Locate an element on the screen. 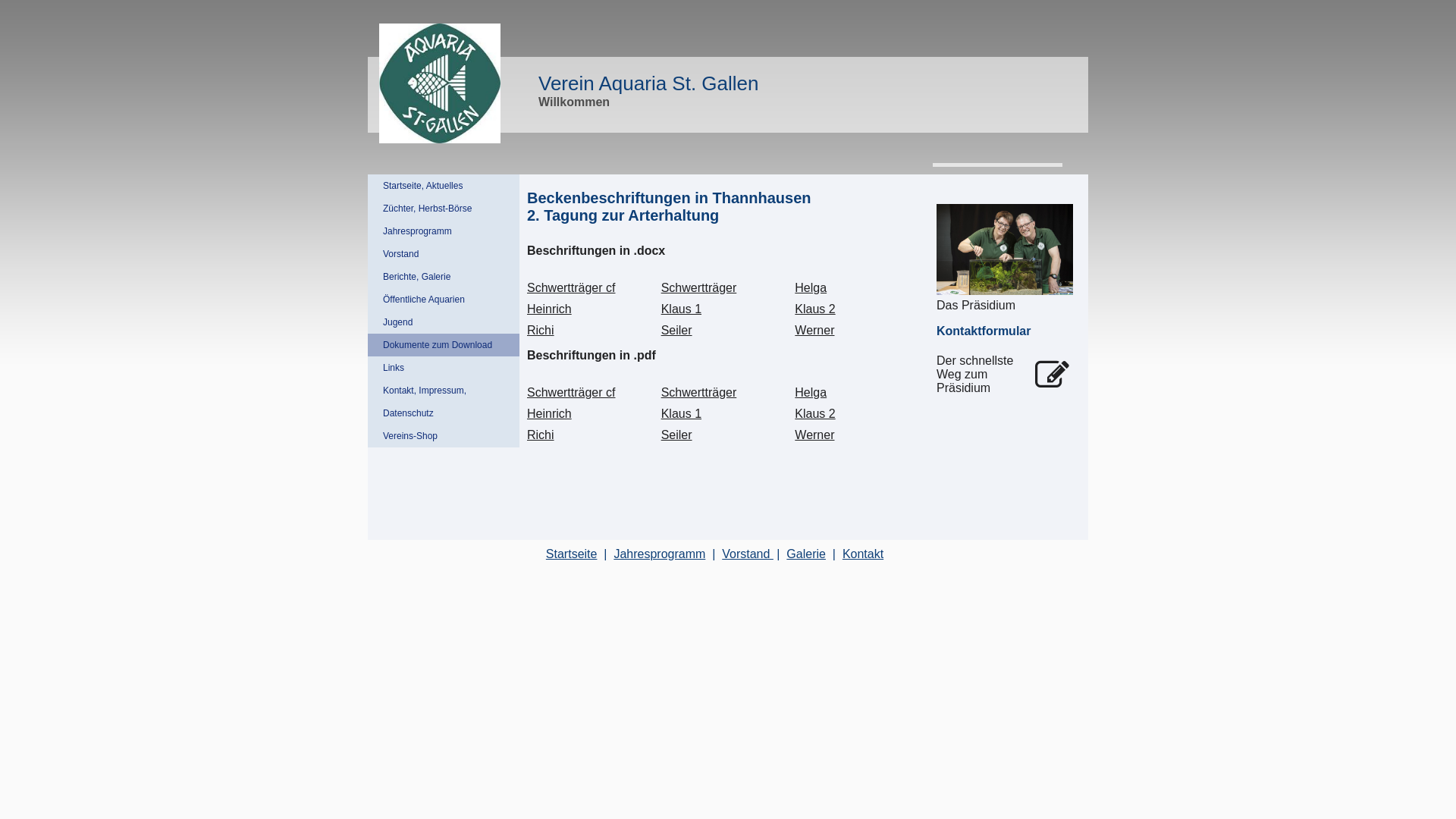  'Heinrich' is located at coordinates (548, 308).